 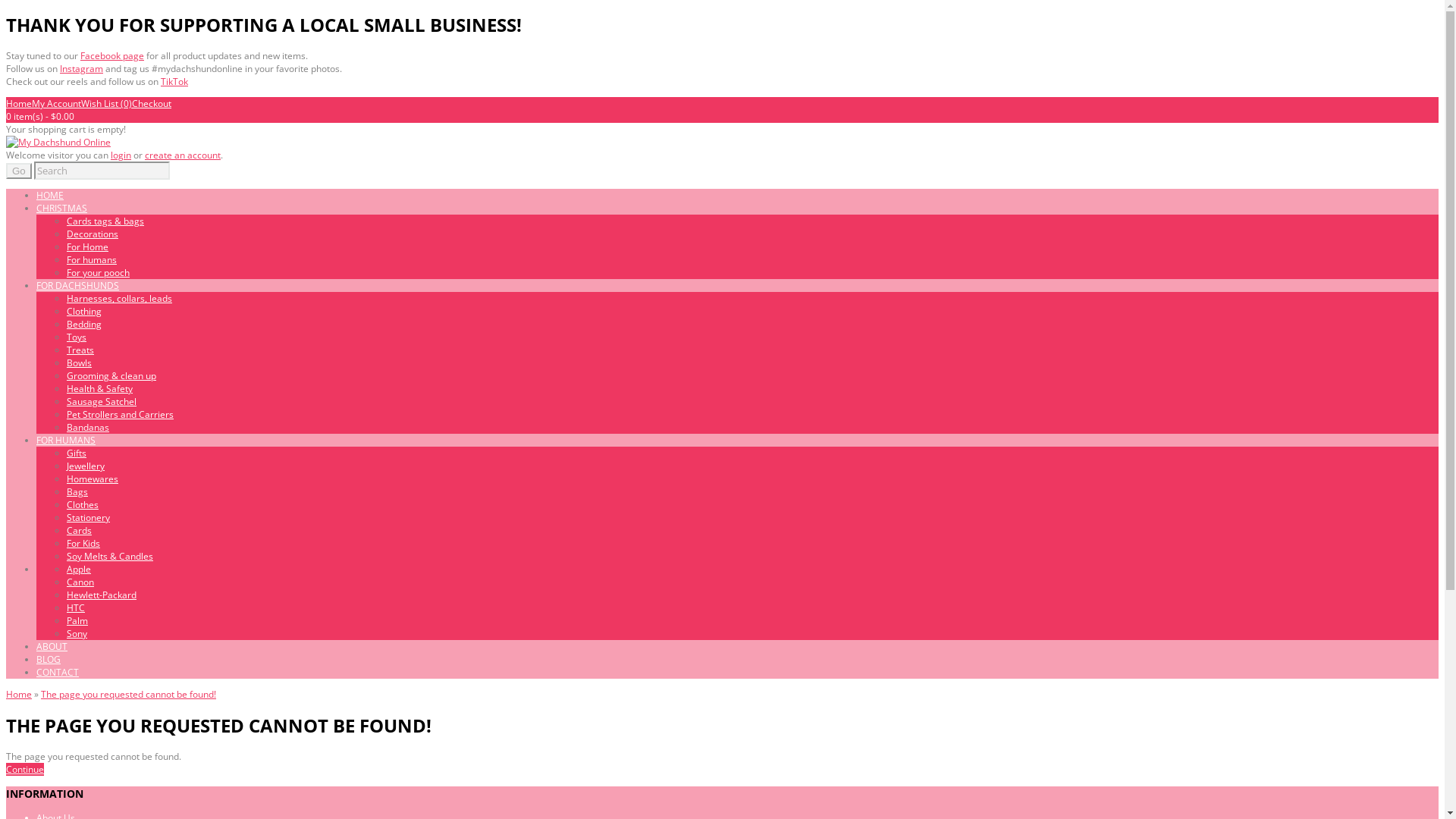 I want to click on 'For your pooch', so click(x=97, y=271).